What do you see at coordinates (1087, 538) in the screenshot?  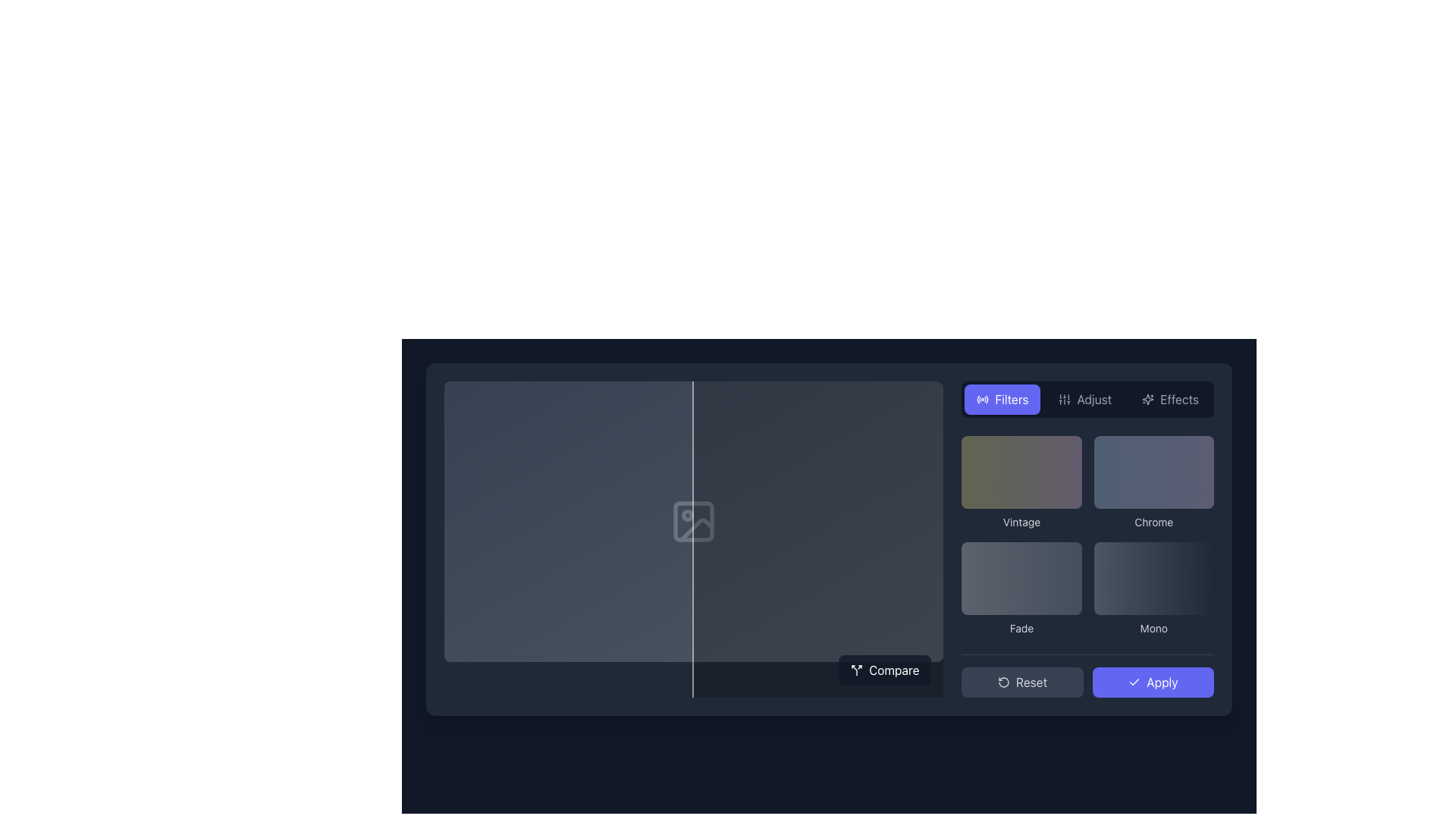 I see `the swatch in the Grid of selectable options` at bounding box center [1087, 538].